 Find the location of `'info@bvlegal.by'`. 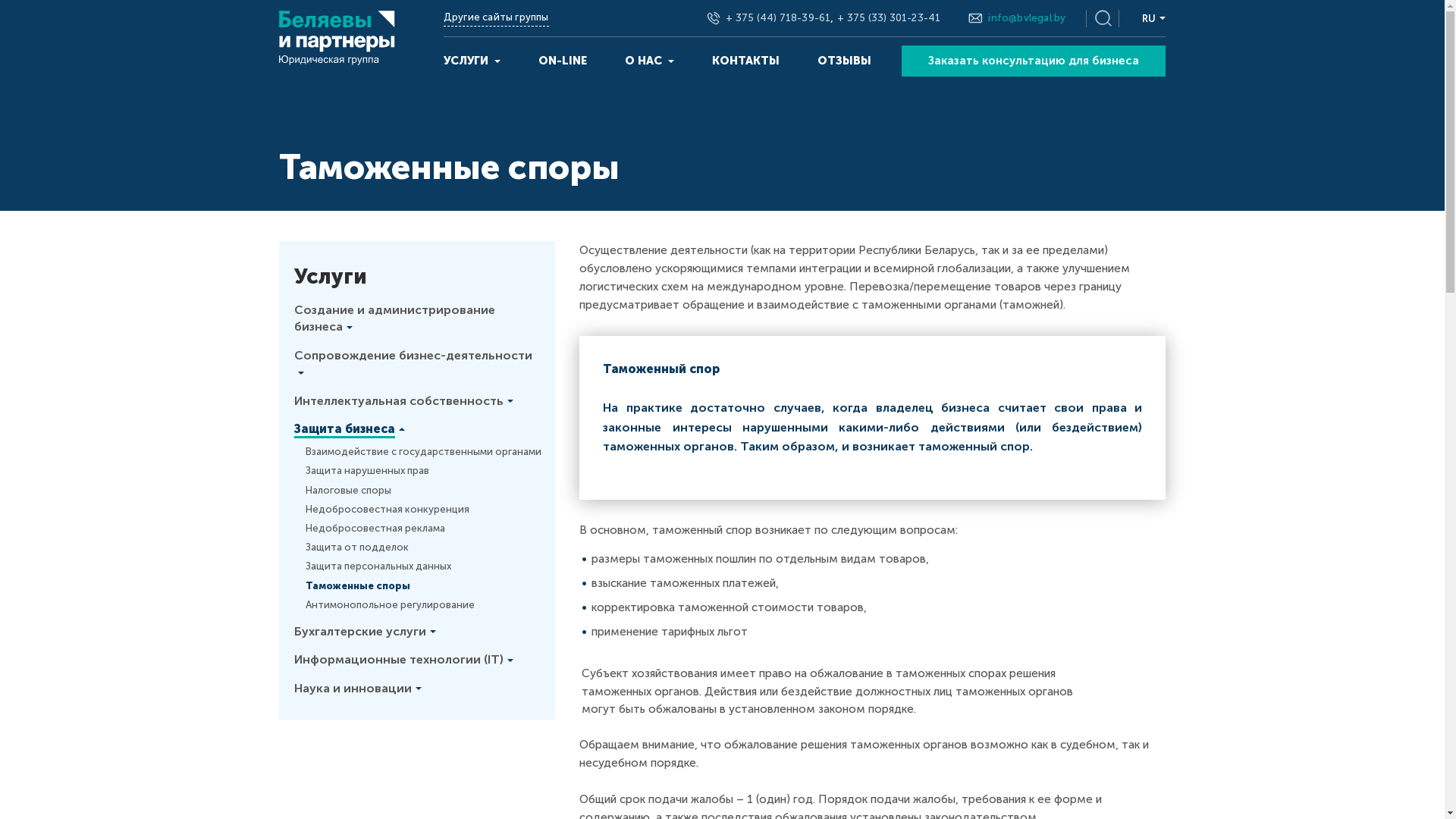

'info@bvlegal.by' is located at coordinates (987, 17).